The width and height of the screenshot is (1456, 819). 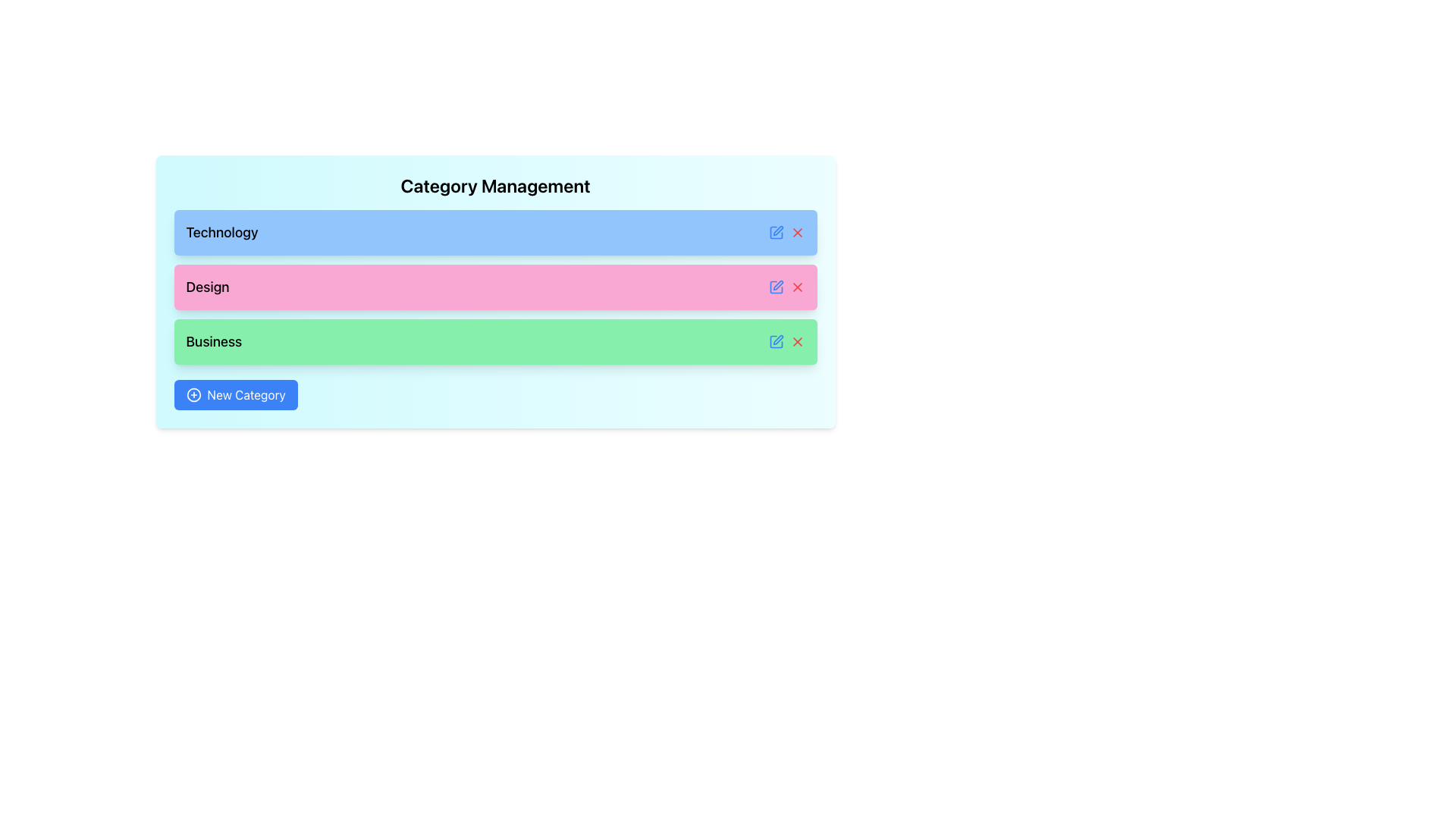 What do you see at coordinates (495, 292) in the screenshot?
I see `the interactive list item with action icons labeled 'Design', which is the second bar in a vertical list` at bounding box center [495, 292].